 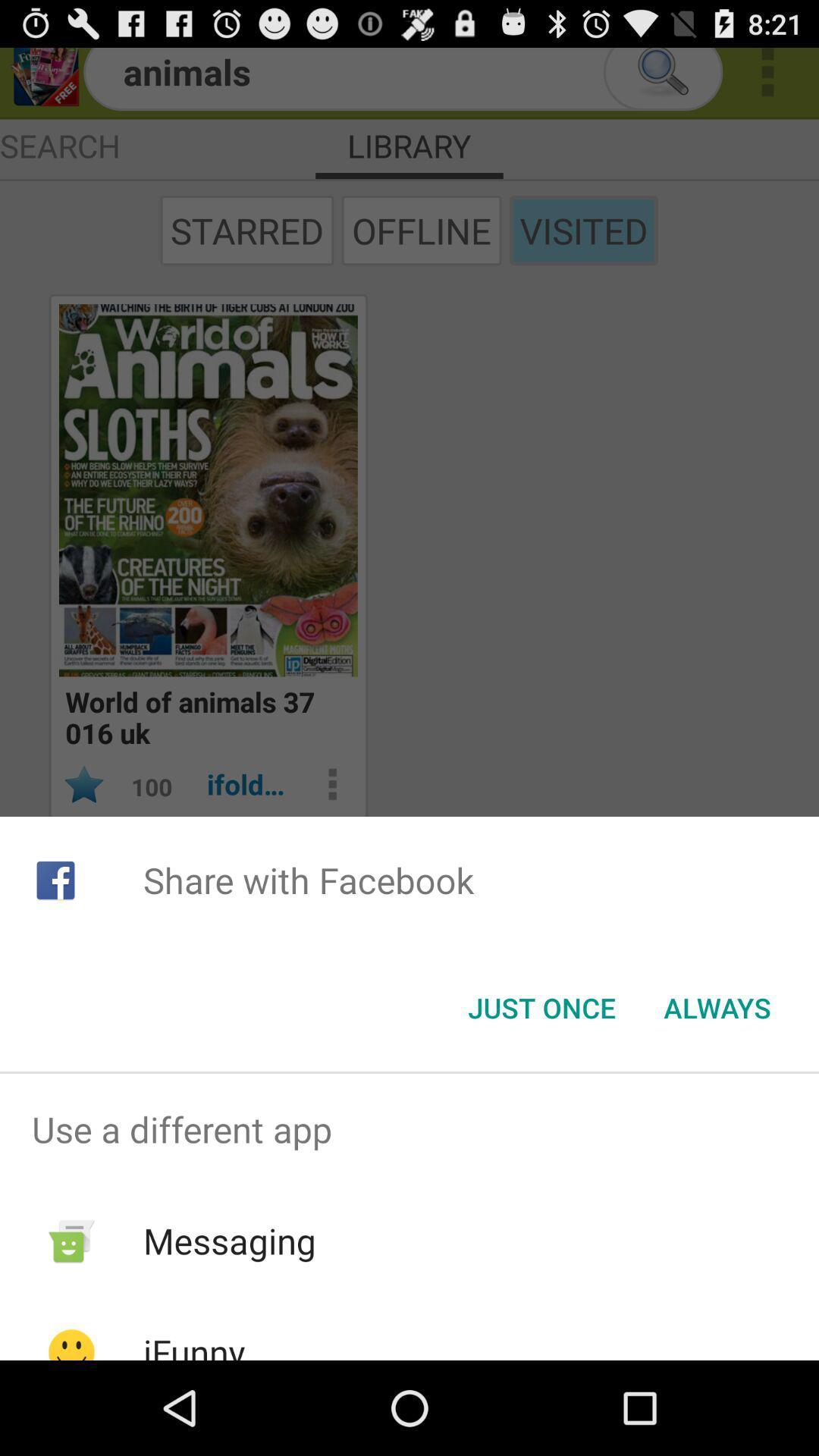 I want to click on just once, so click(x=541, y=1008).